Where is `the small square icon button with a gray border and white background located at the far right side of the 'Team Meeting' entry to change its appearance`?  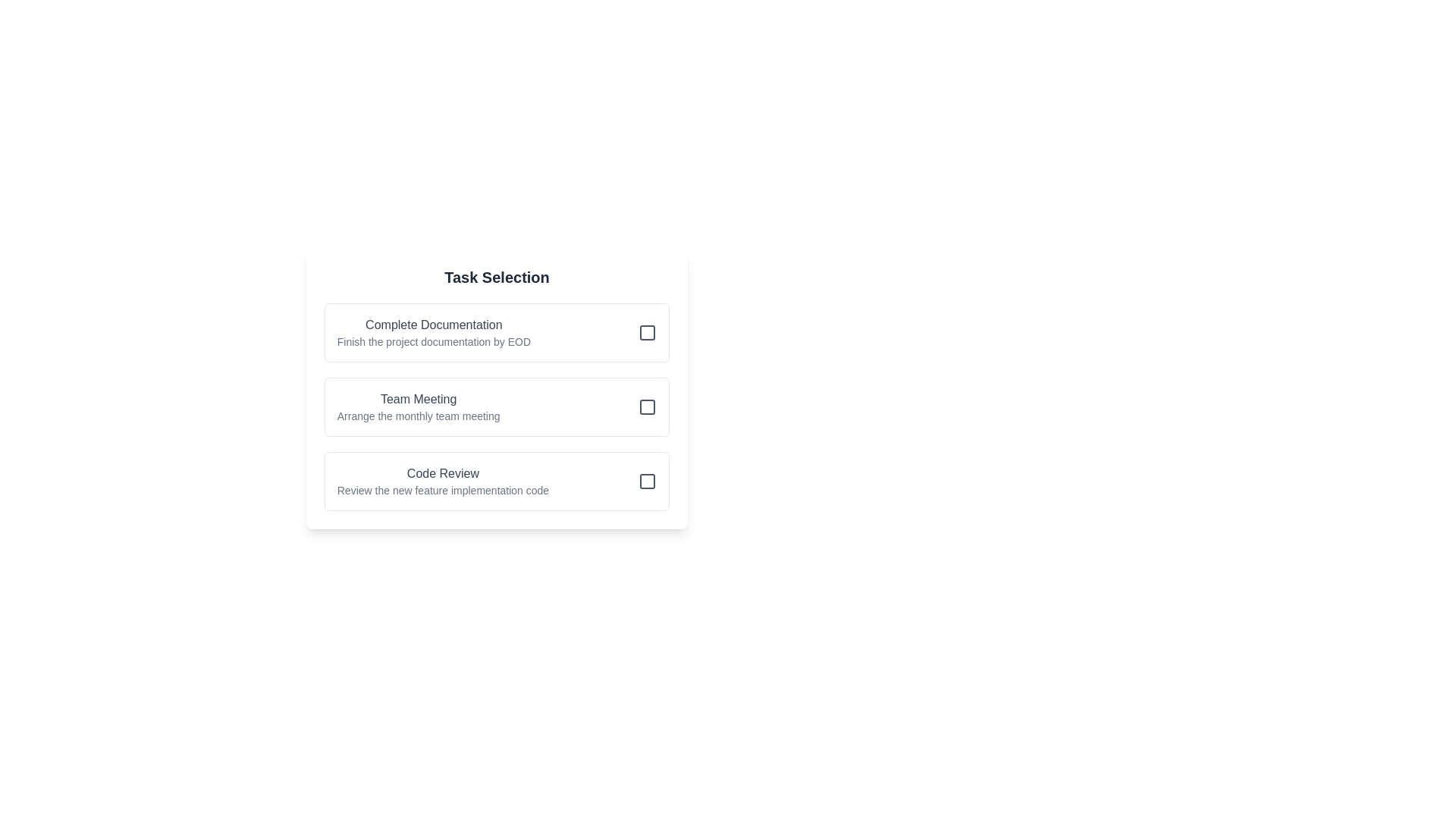 the small square icon button with a gray border and white background located at the far right side of the 'Team Meeting' entry to change its appearance is located at coordinates (648, 406).